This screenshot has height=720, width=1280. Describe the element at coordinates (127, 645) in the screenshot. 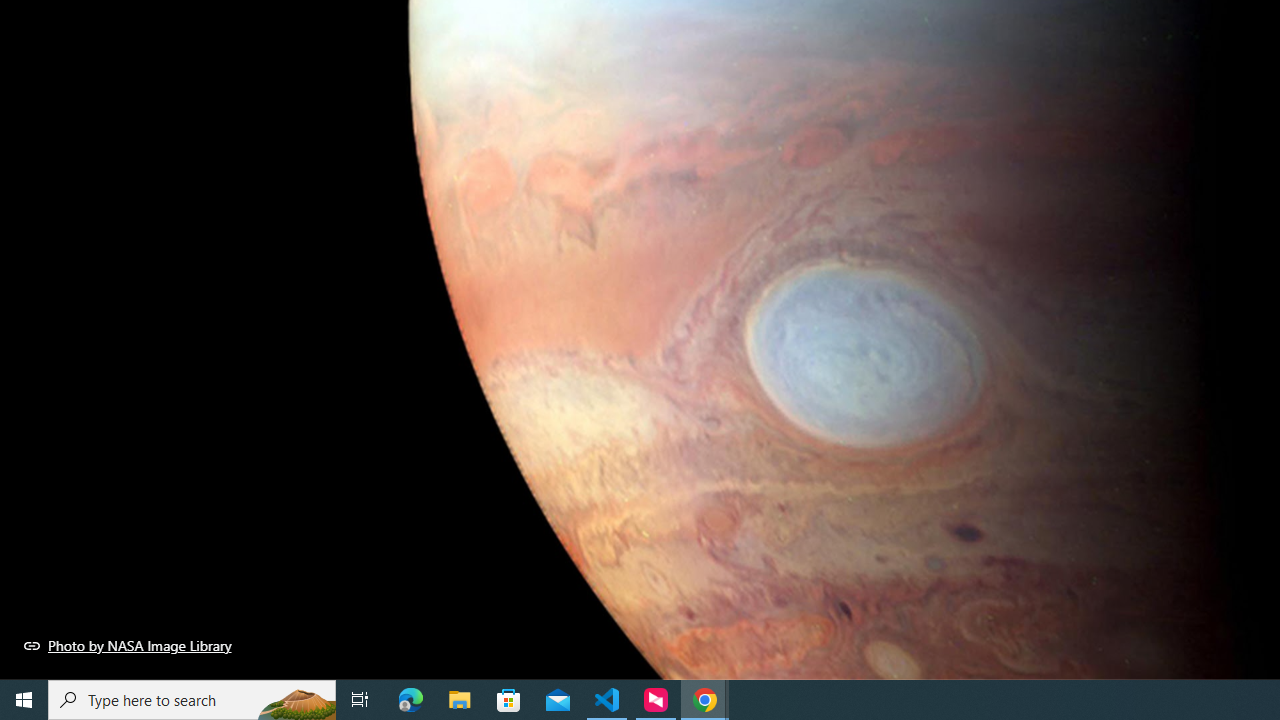

I see `'Photo by NASA Image Library'` at that location.